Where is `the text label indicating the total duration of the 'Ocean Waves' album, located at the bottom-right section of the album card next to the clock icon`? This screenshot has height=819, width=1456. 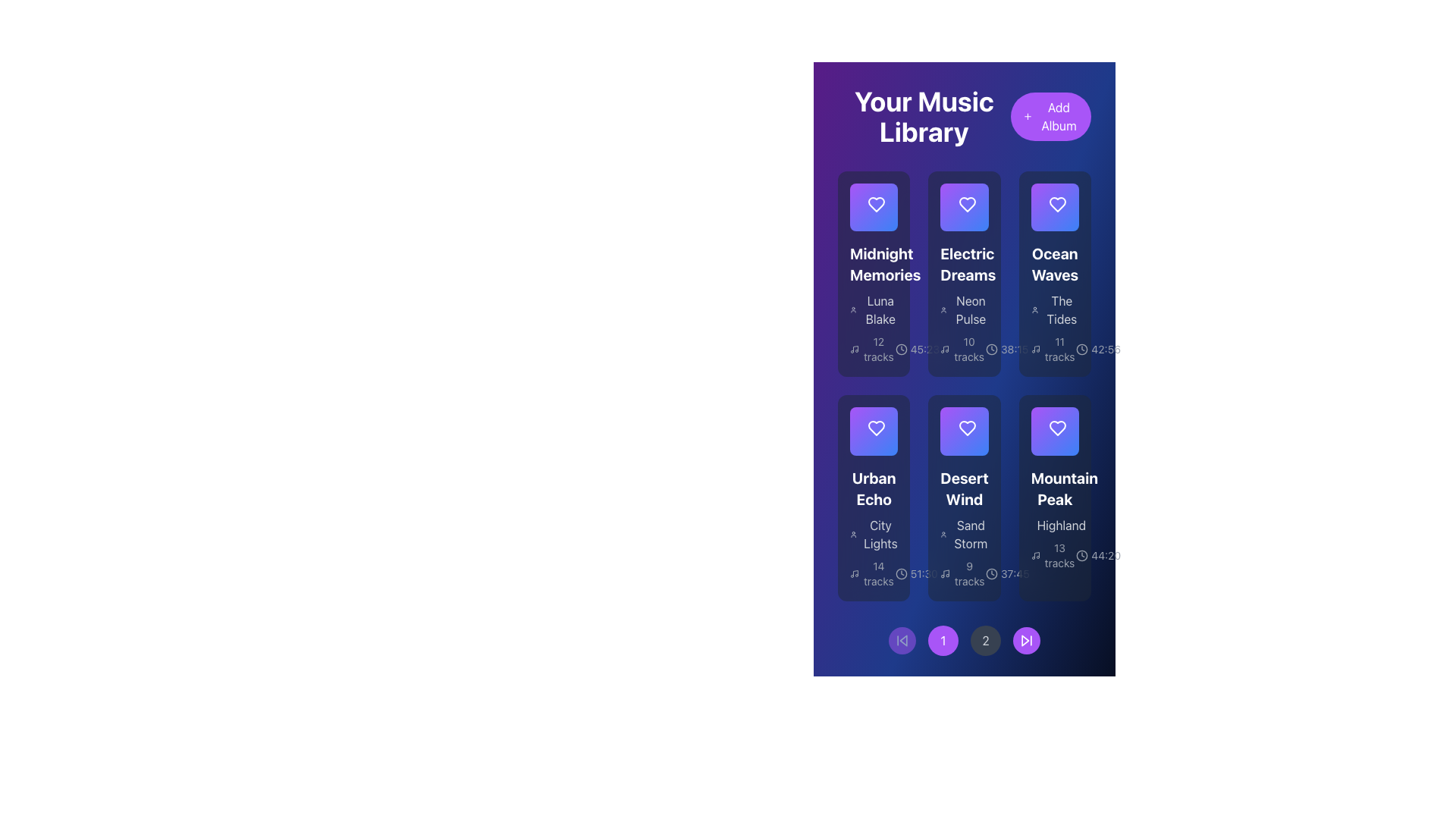 the text label indicating the total duration of the 'Ocean Waves' album, located at the bottom-right section of the album card next to the clock icon is located at coordinates (1106, 350).